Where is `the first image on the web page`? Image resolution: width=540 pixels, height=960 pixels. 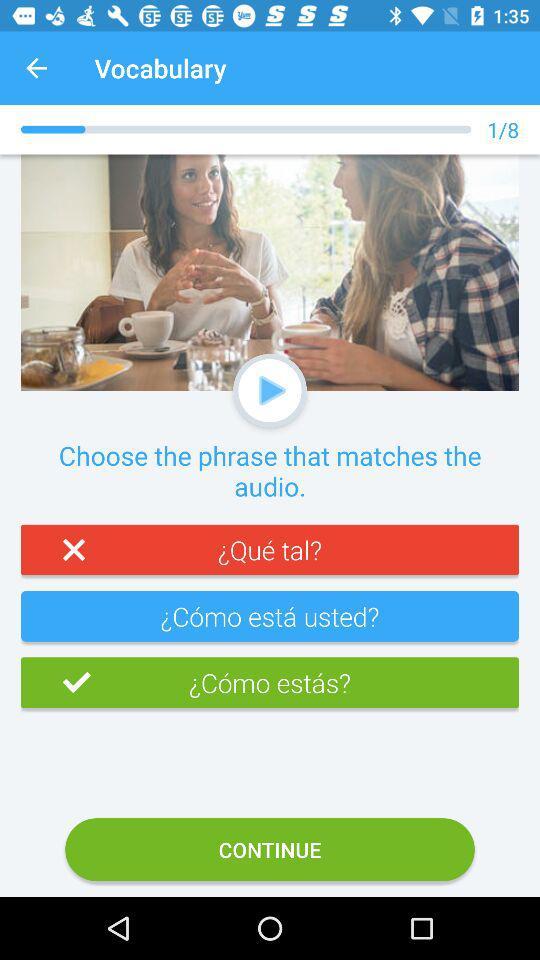 the first image on the web page is located at coordinates (270, 272).